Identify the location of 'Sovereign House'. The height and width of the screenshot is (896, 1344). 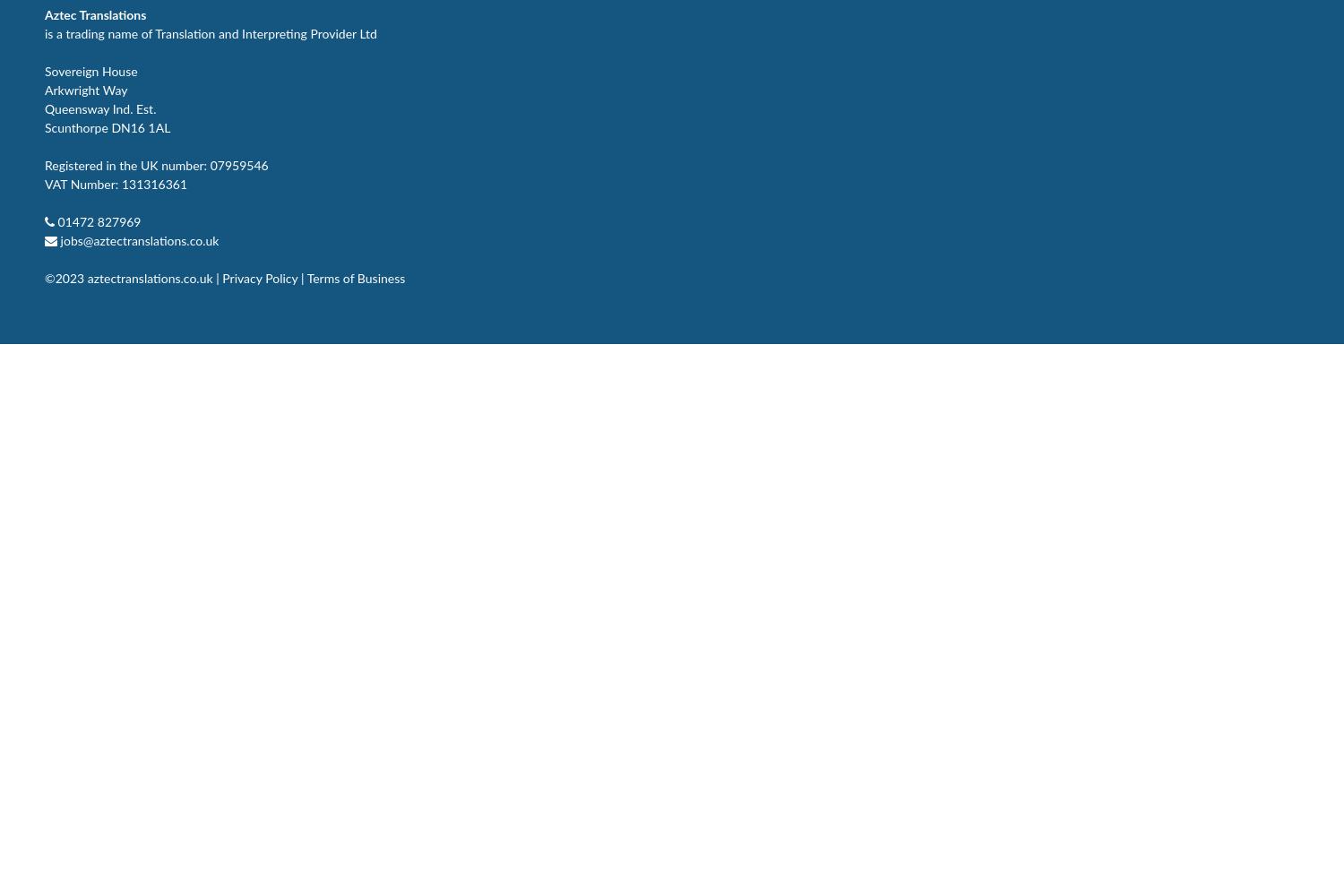
(90, 71).